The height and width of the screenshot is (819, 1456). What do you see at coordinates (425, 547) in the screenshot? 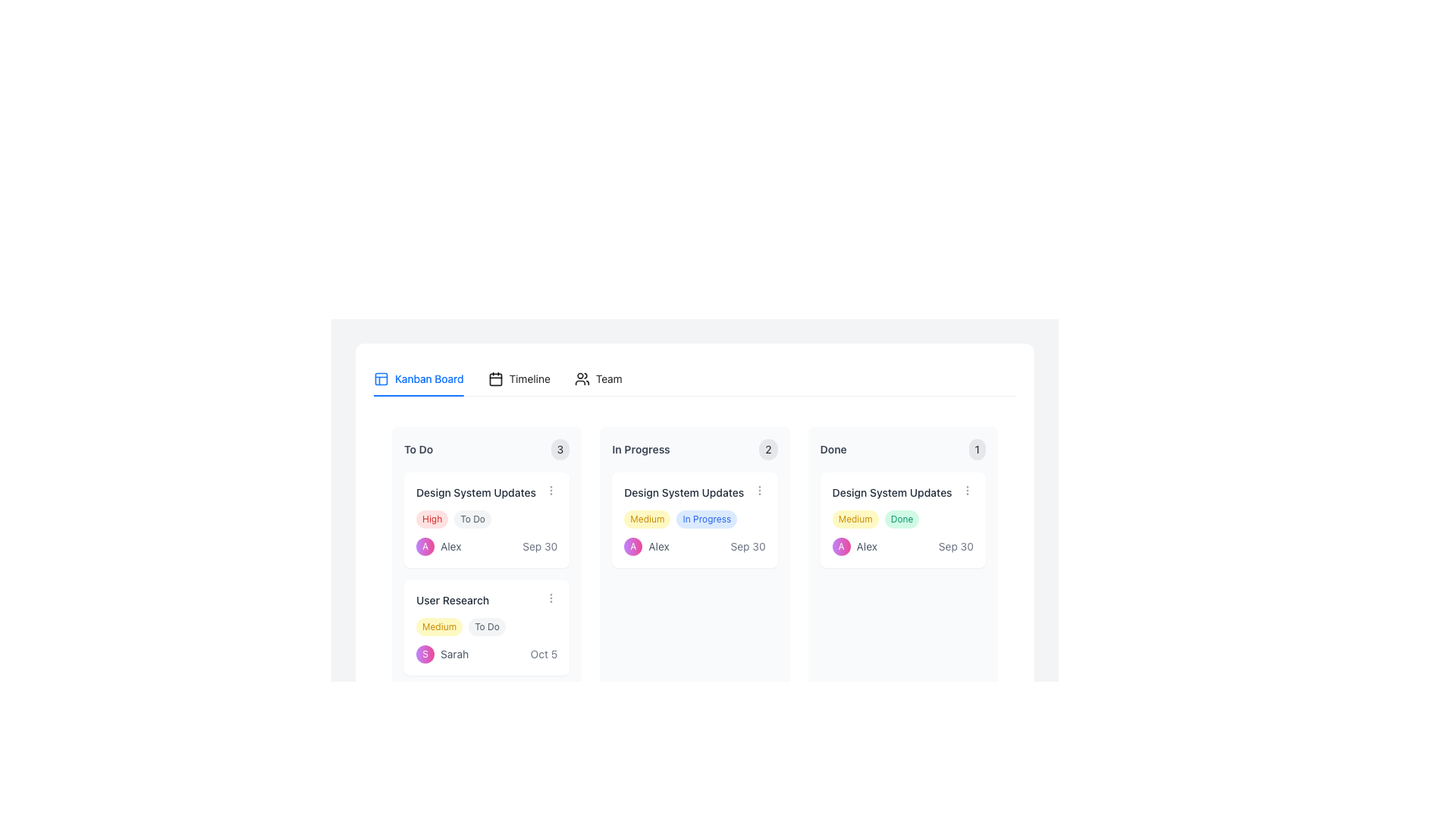
I see `the small circular avatar icon with a gradient background and a centered white letter 'A', which is positioned to the left of the text 'Alex' within the task card in the 'To Do' column` at bounding box center [425, 547].